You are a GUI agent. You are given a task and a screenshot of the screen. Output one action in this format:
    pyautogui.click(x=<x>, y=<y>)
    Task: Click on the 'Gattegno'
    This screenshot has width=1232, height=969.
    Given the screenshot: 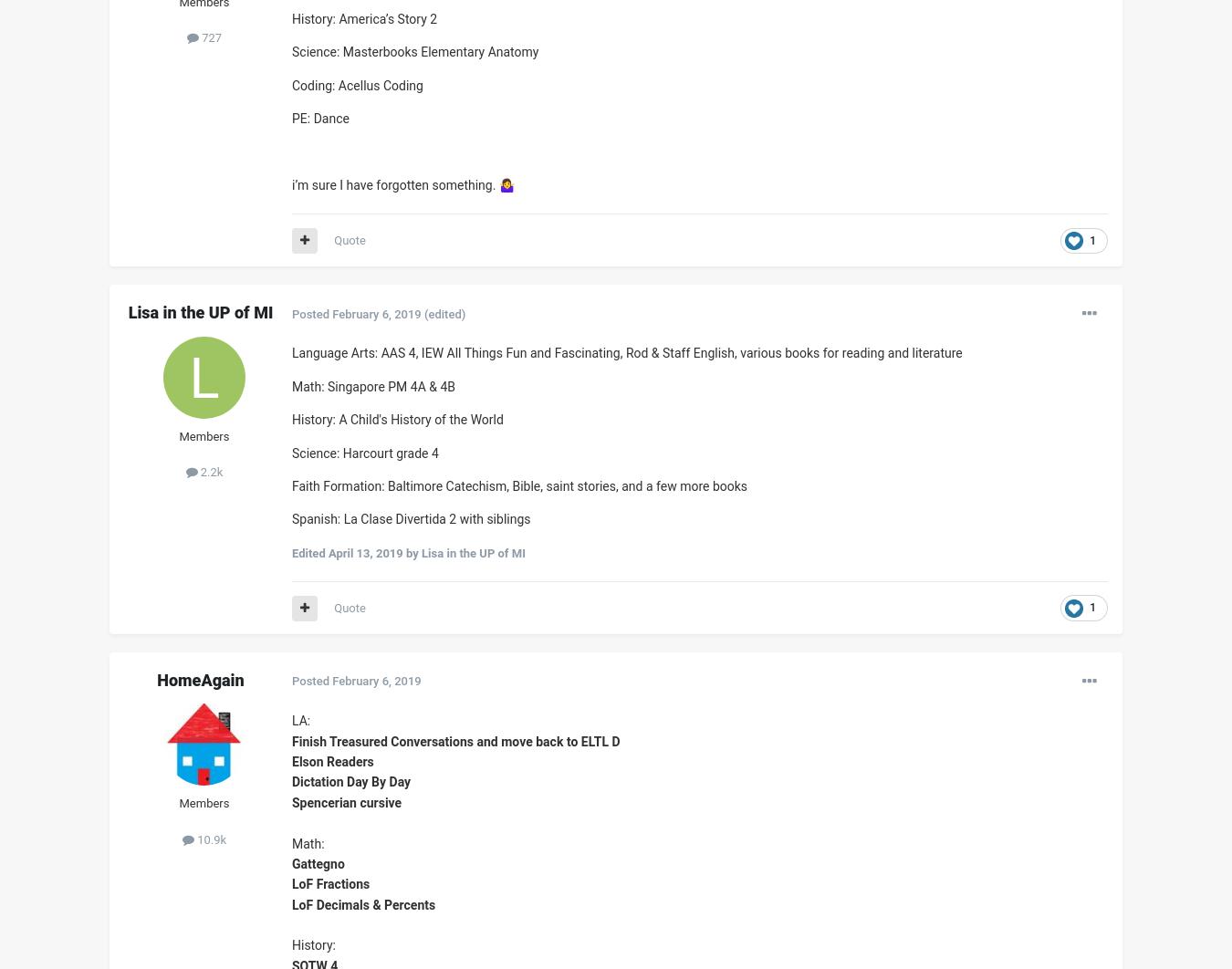 What is the action you would take?
    pyautogui.click(x=318, y=862)
    